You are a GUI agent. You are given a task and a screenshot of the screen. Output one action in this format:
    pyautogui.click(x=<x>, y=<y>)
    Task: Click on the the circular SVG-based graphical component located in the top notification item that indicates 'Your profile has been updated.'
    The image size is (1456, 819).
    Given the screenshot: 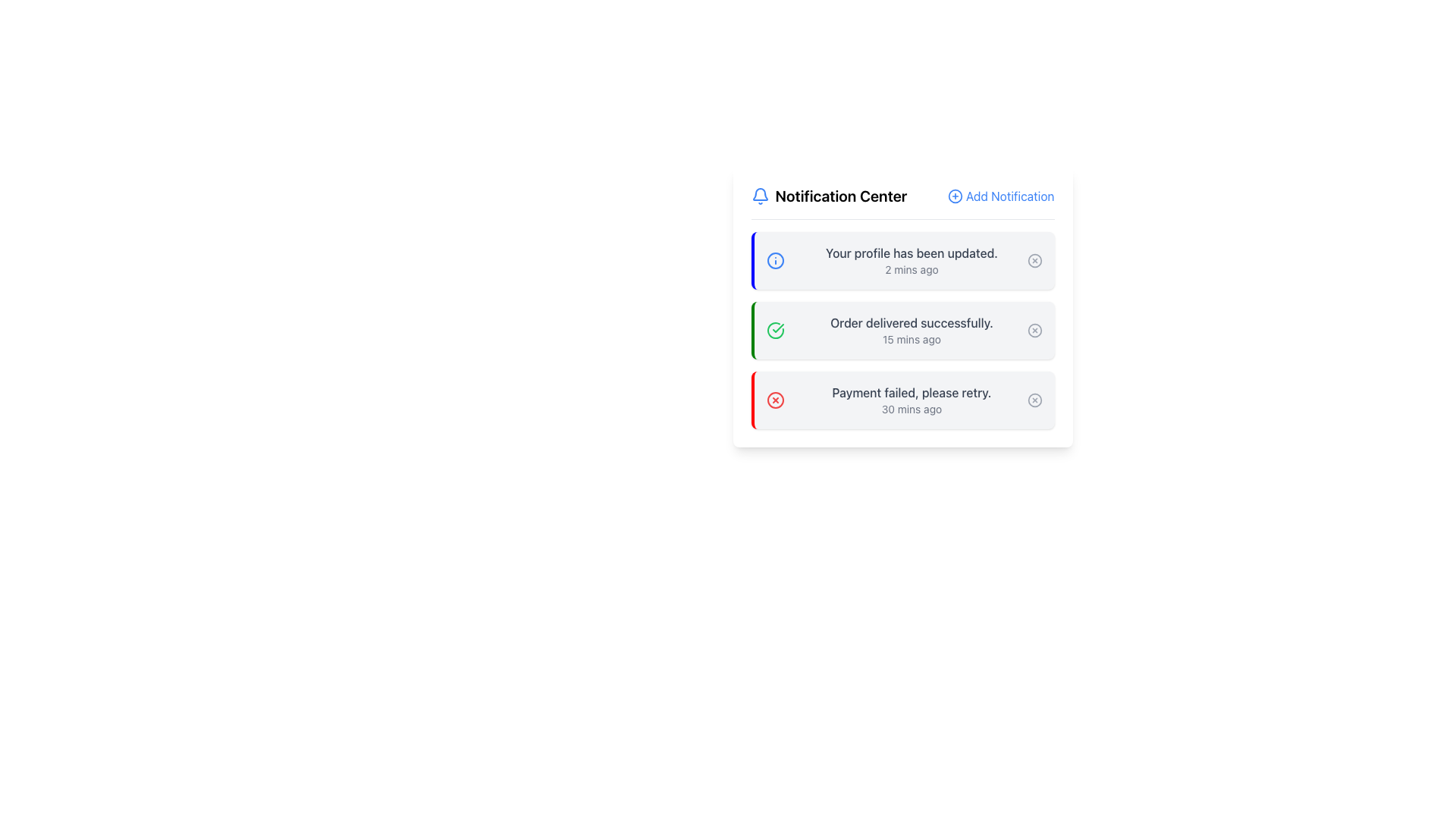 What is the action you would take?
    pyautogui.click(x=1034, y=259)
    